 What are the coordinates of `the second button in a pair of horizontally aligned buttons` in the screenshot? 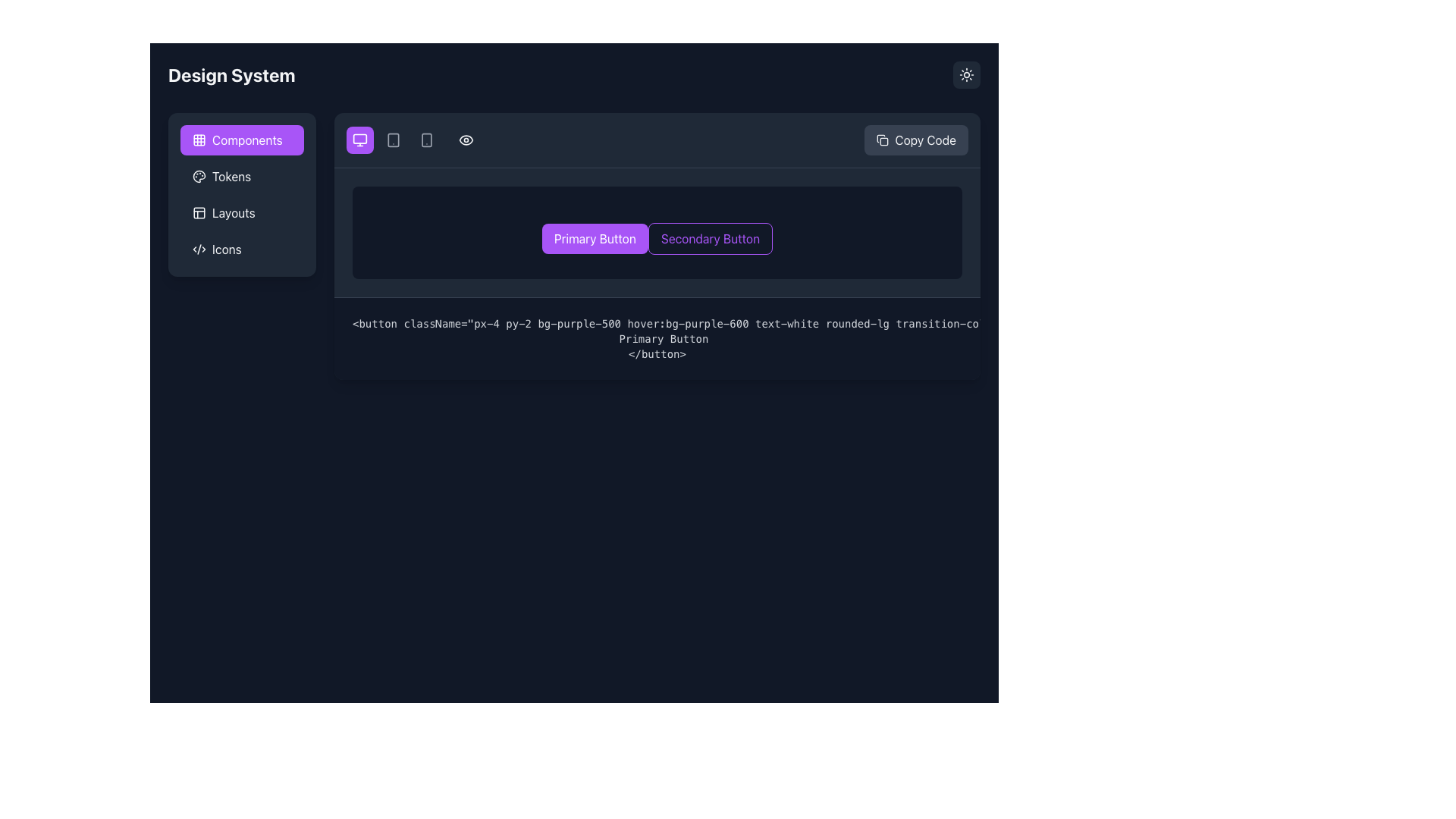 It's located at (657, 245).